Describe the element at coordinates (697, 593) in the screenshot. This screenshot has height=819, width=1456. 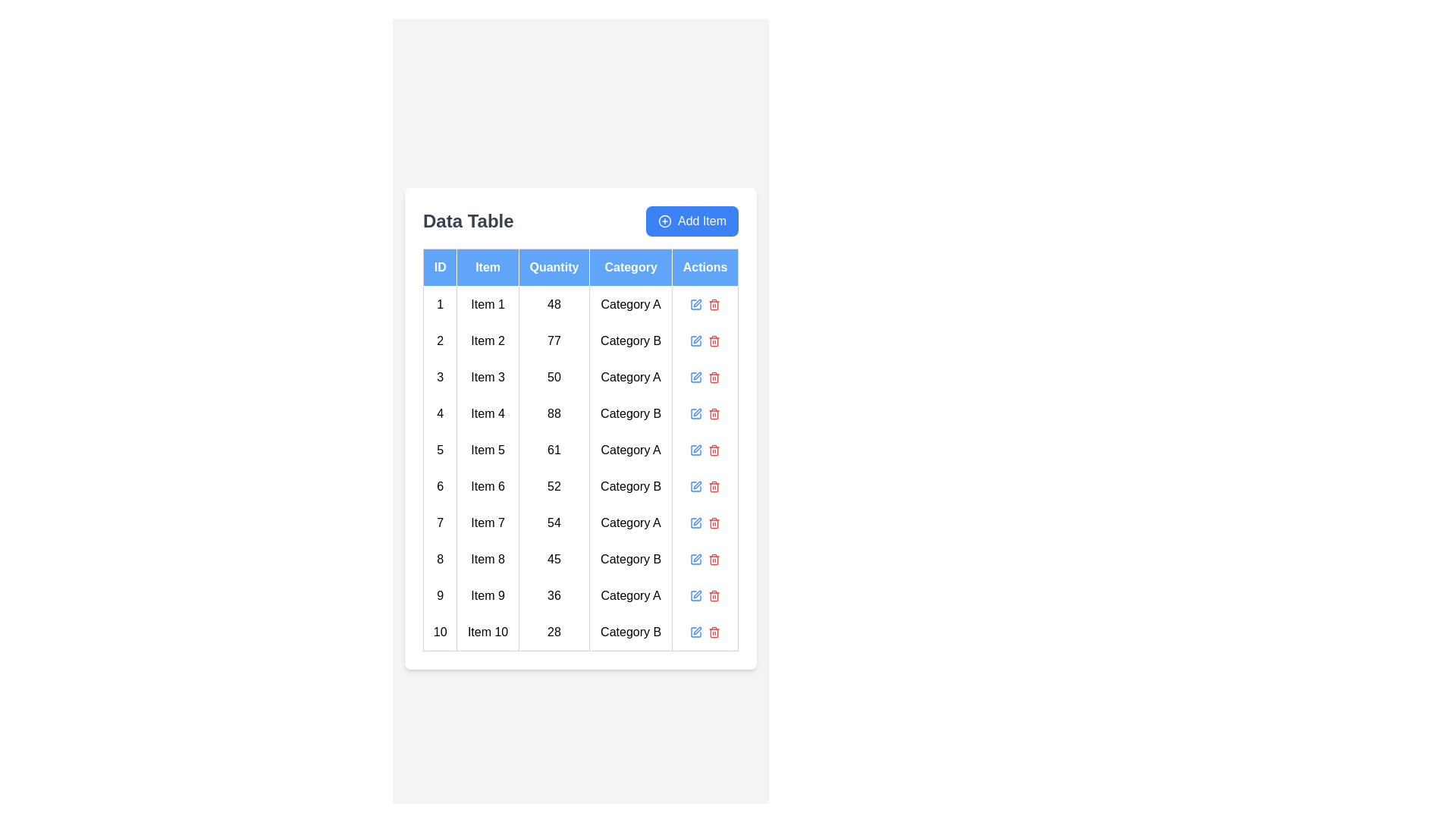
I see `the pen icon in the 'Actions' column of the data table` at that location.